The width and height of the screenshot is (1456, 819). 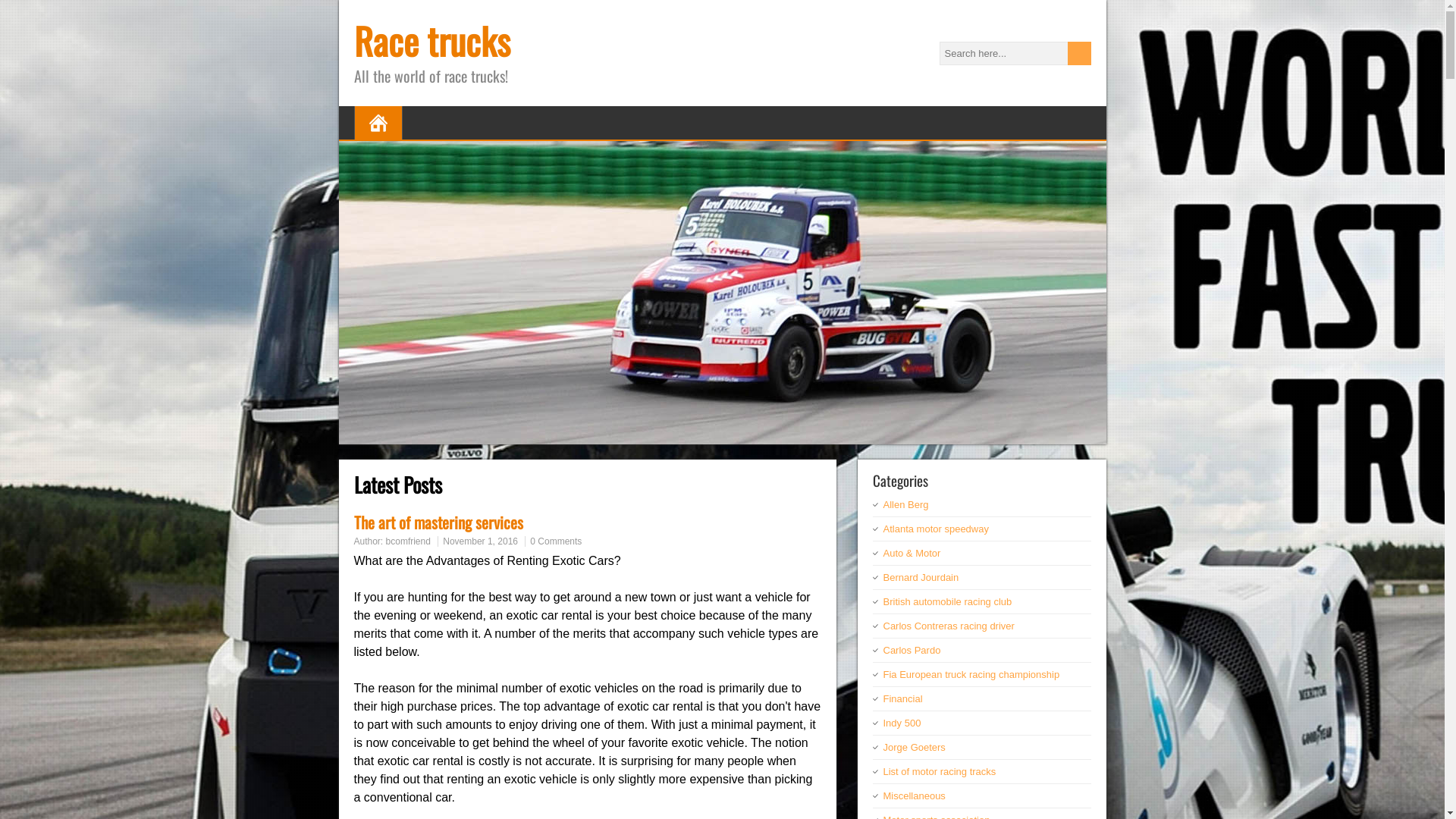 What do you see at coordinates (902, 722) in the screenshot?
I see `'Indy 500'` at bounding box center [902, 722].